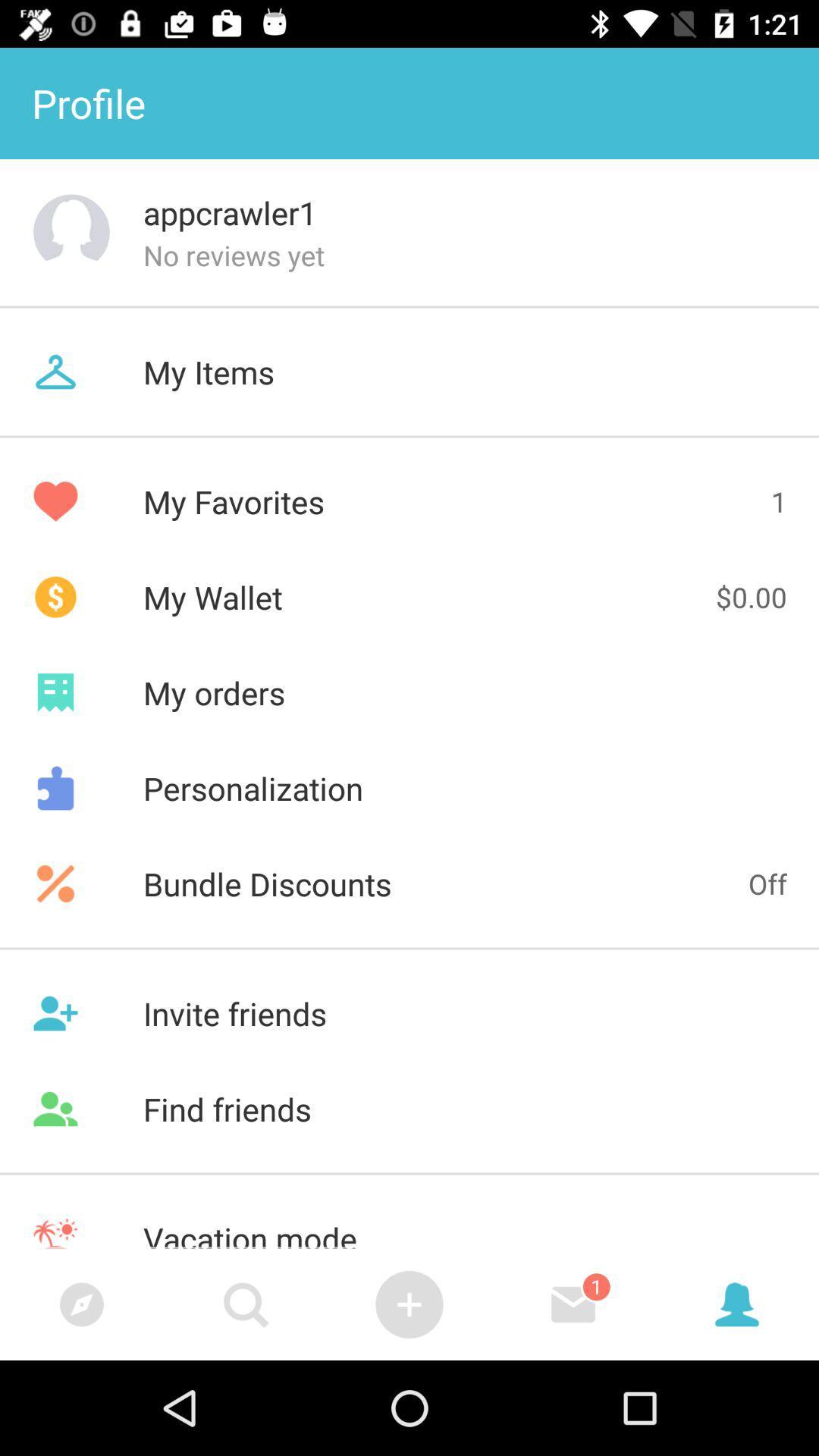 The height and width of the screenshot is (1456, 819). Describe the element at coordinates (409, 788) in the screenshot. I see `item below the my orders icon` at that location.